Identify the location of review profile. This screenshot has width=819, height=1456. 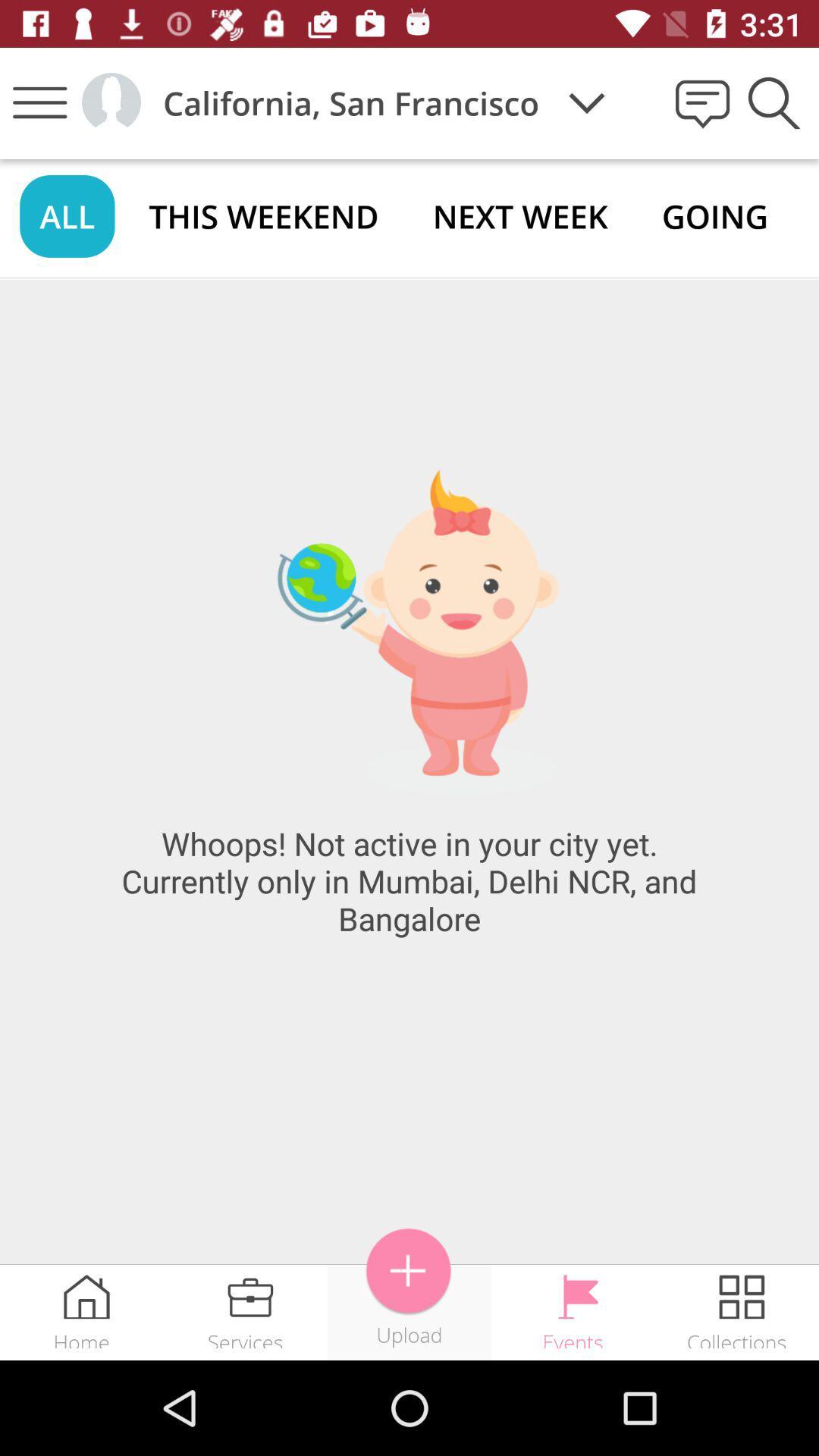
(110, 102).